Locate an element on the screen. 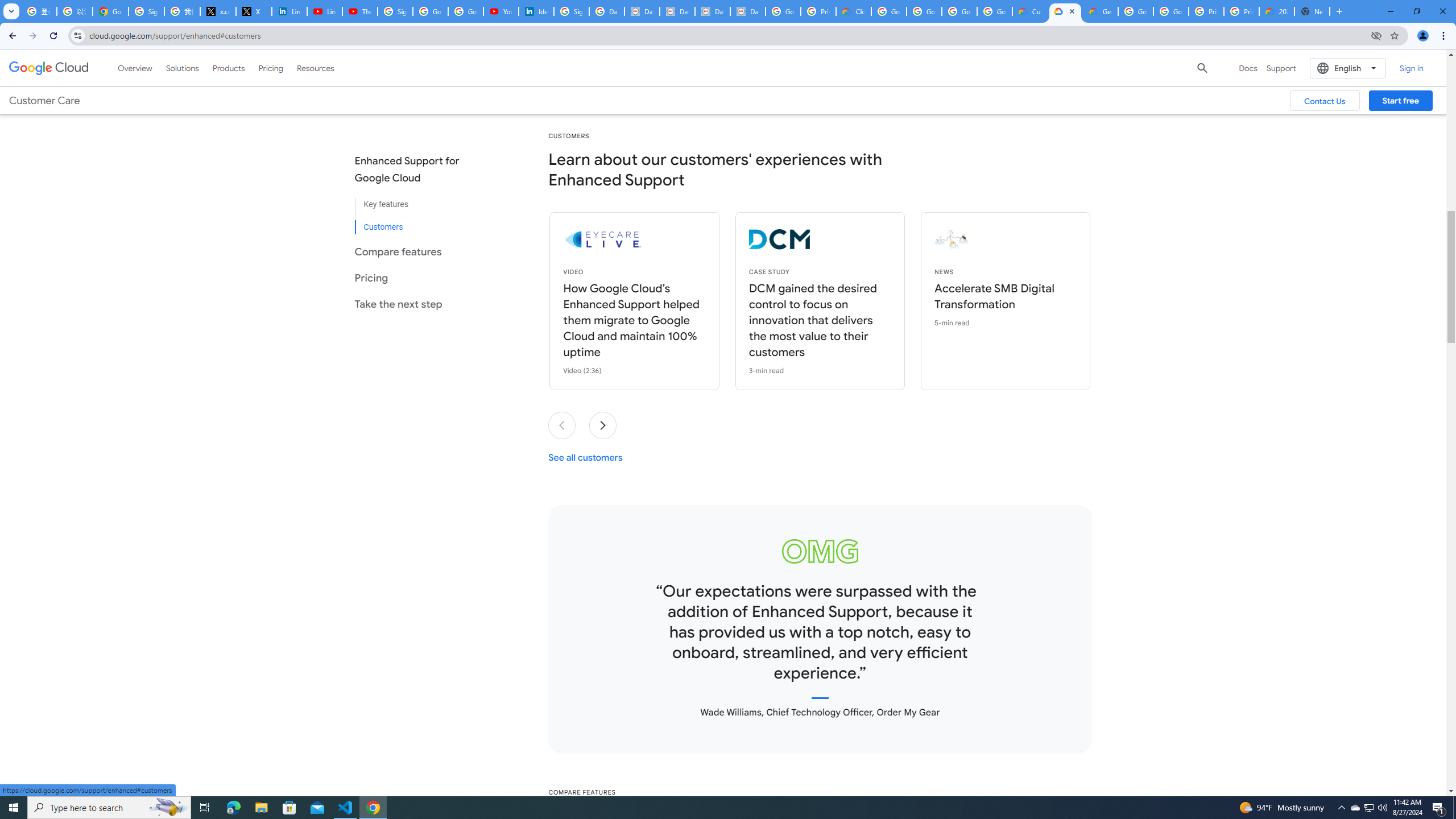  'Gemini for Business and Developers | Google Cloud' is located at coordinates (1099, 11).